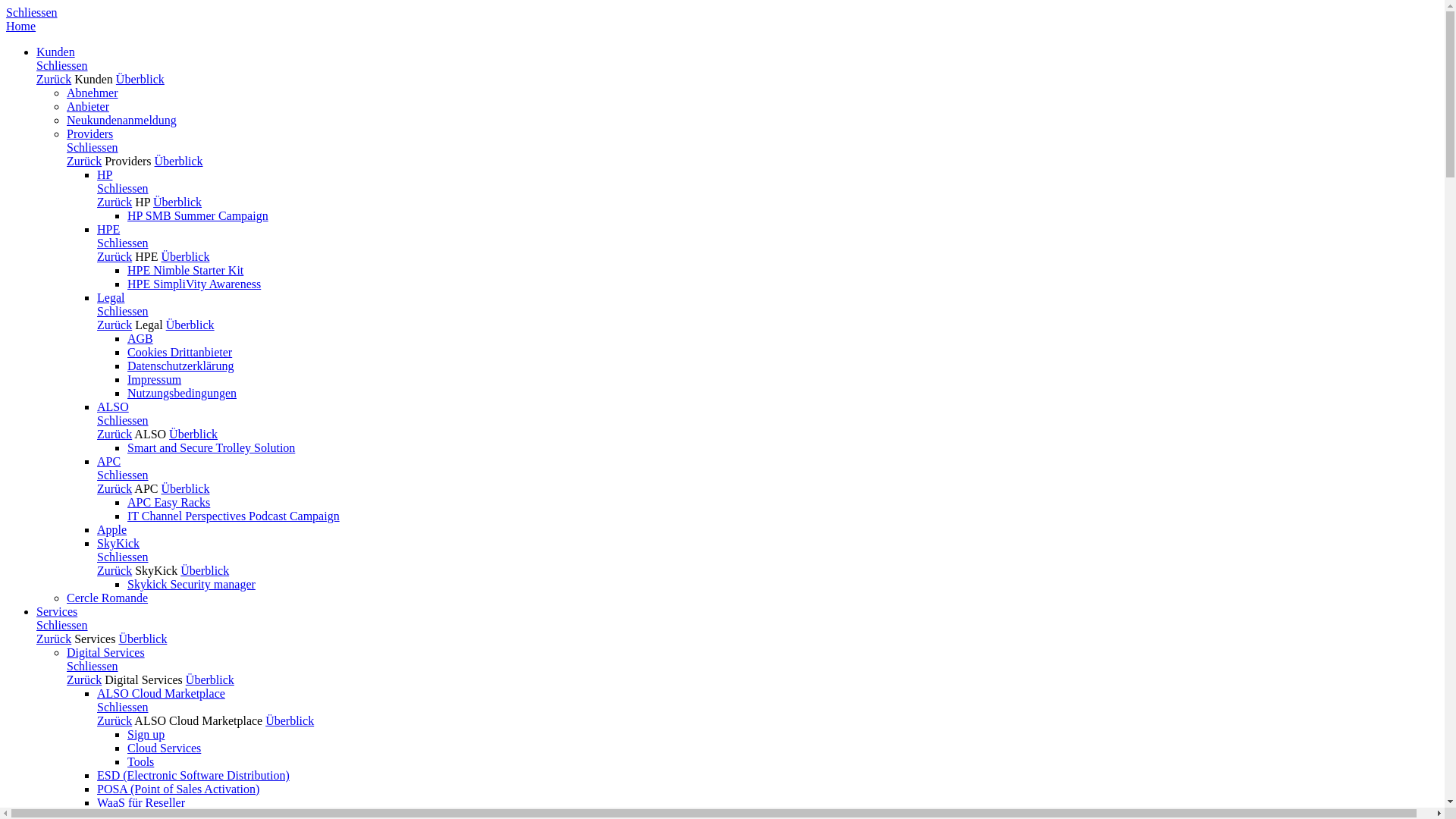 The width and height of the screenshot is (1456, 819). I want to click on 'Abnehmer', so click(91, 93).